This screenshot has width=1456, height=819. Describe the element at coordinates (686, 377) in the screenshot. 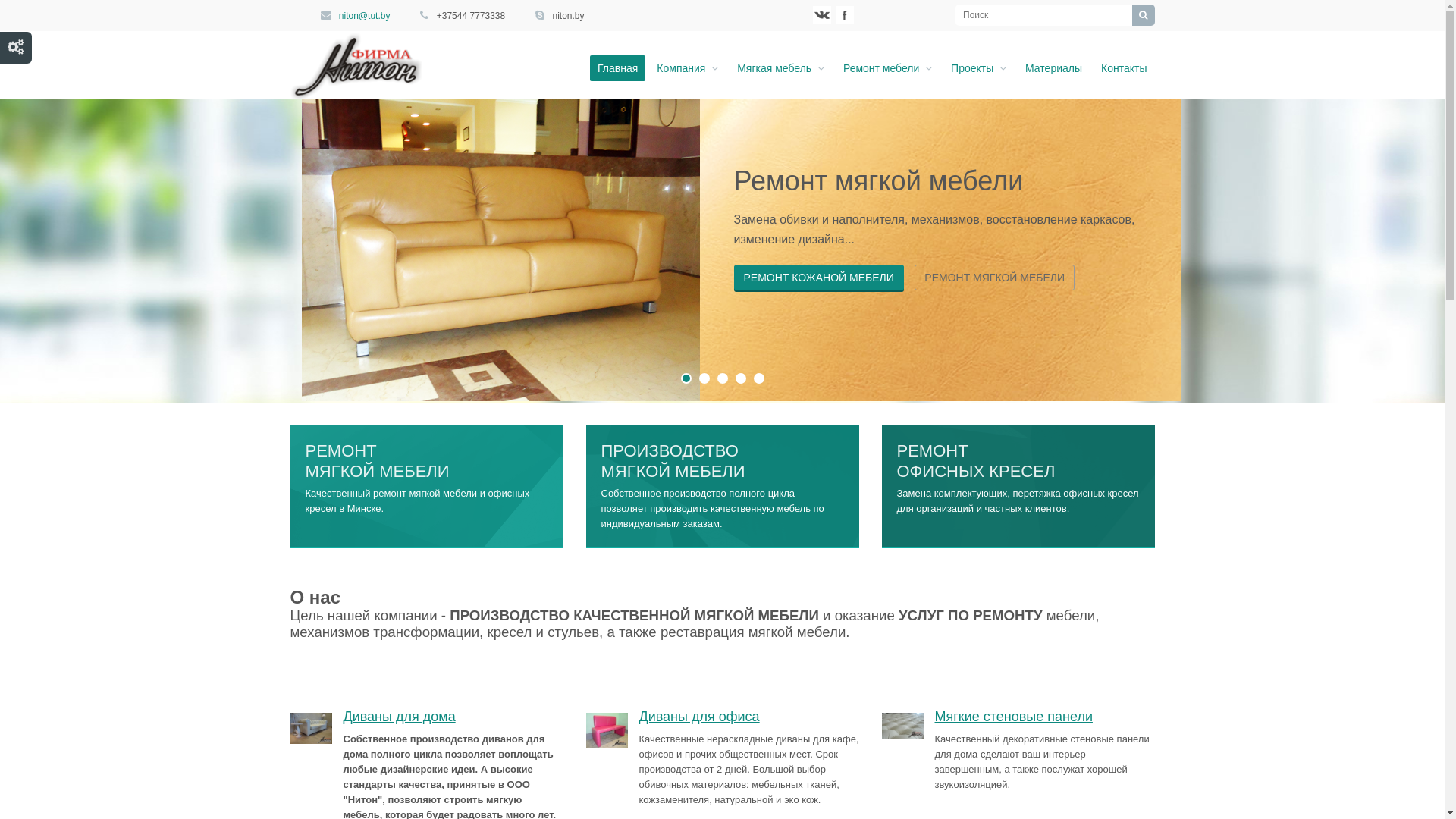

I see `'1'` at that location.